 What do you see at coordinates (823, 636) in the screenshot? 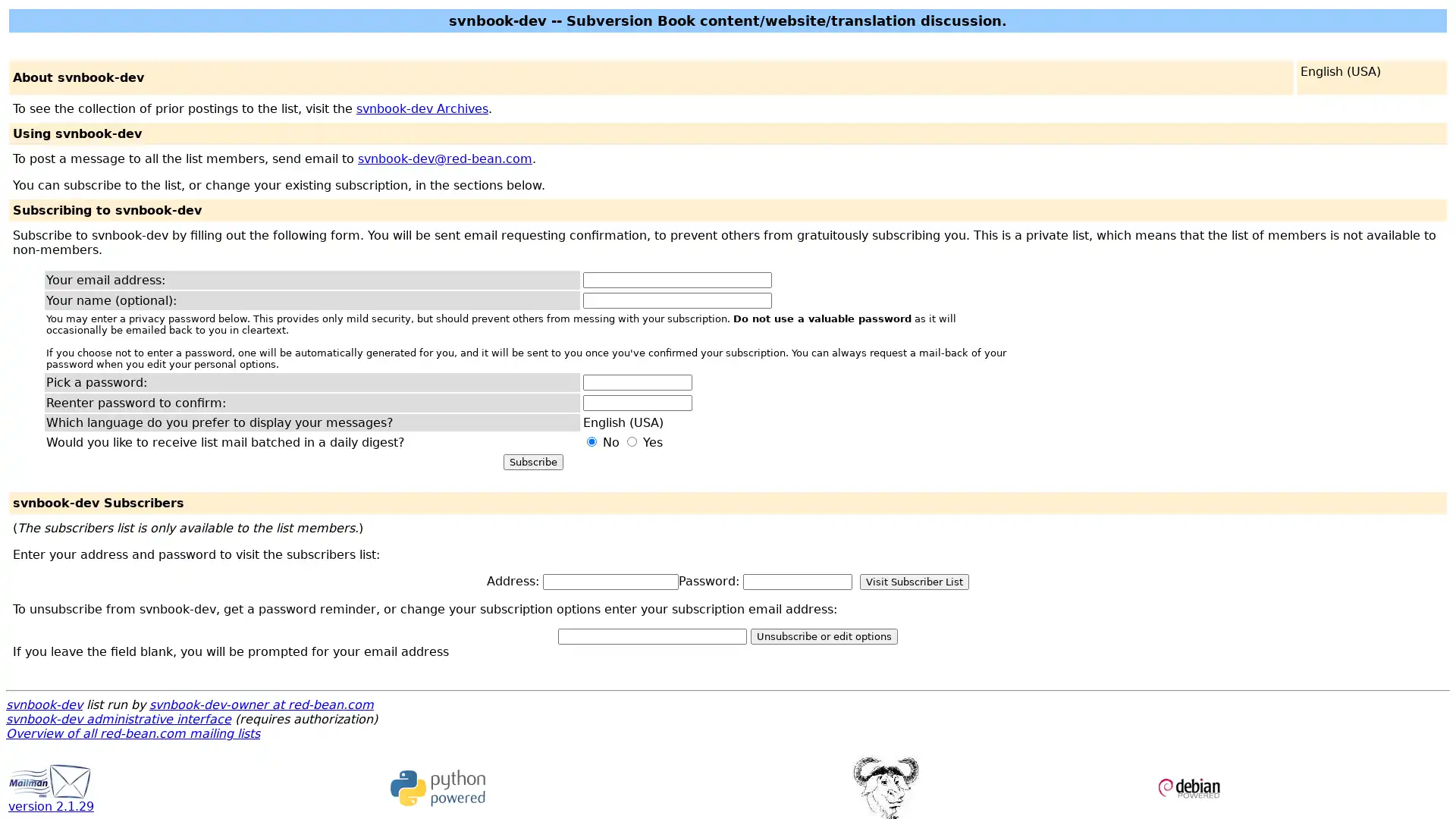
I see `Unsubscribe or edit options` at bounding box center [823, 636].